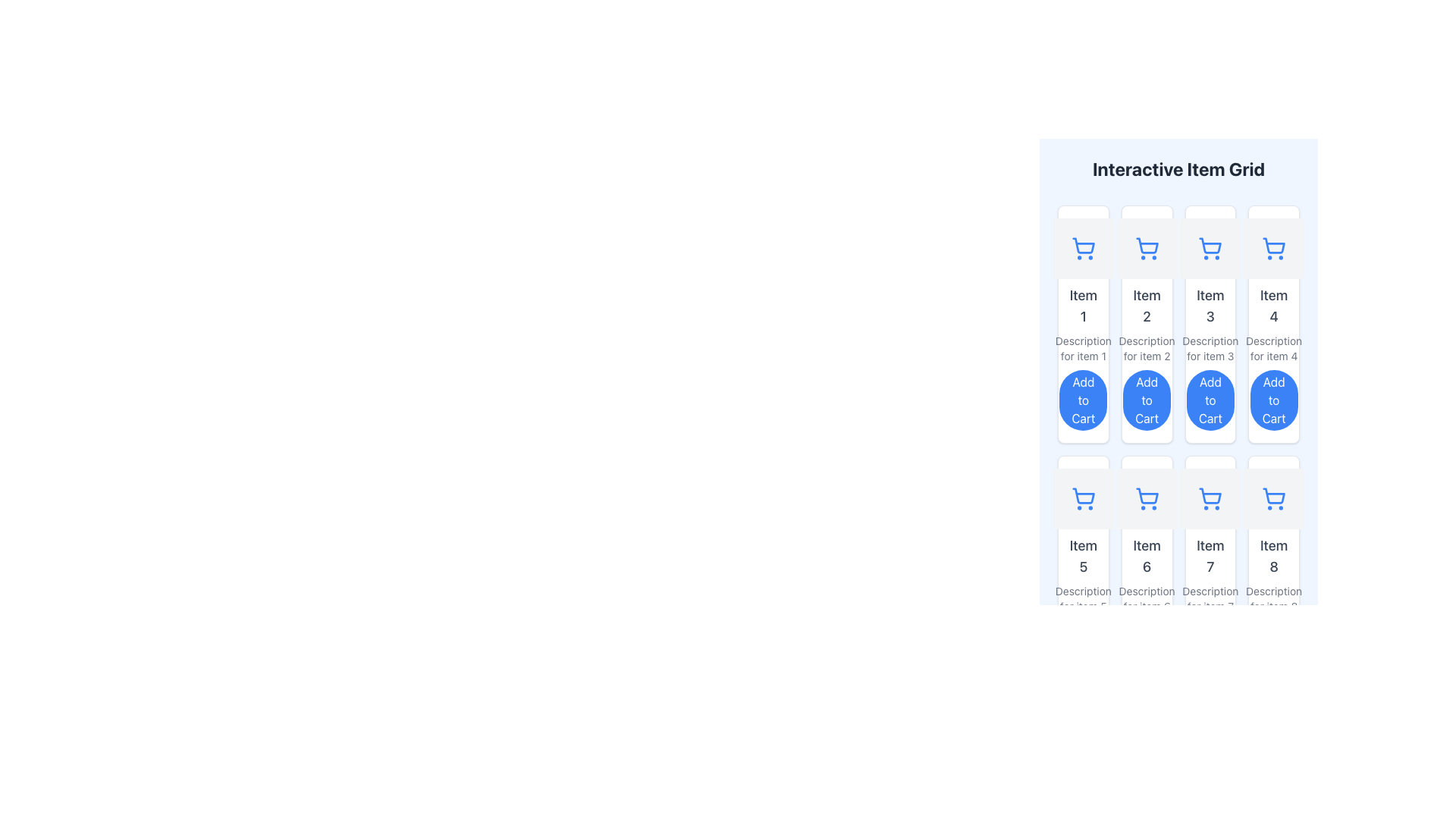 The height and width of the screenshot is (819, 1456). What do you see at coordinates (1147, 306) in the screenshot?
I see `the text element displaying 'Item 2', which is located in the second card of the top row in a 4x2 grid layout` at bounding box center [1147, 306].